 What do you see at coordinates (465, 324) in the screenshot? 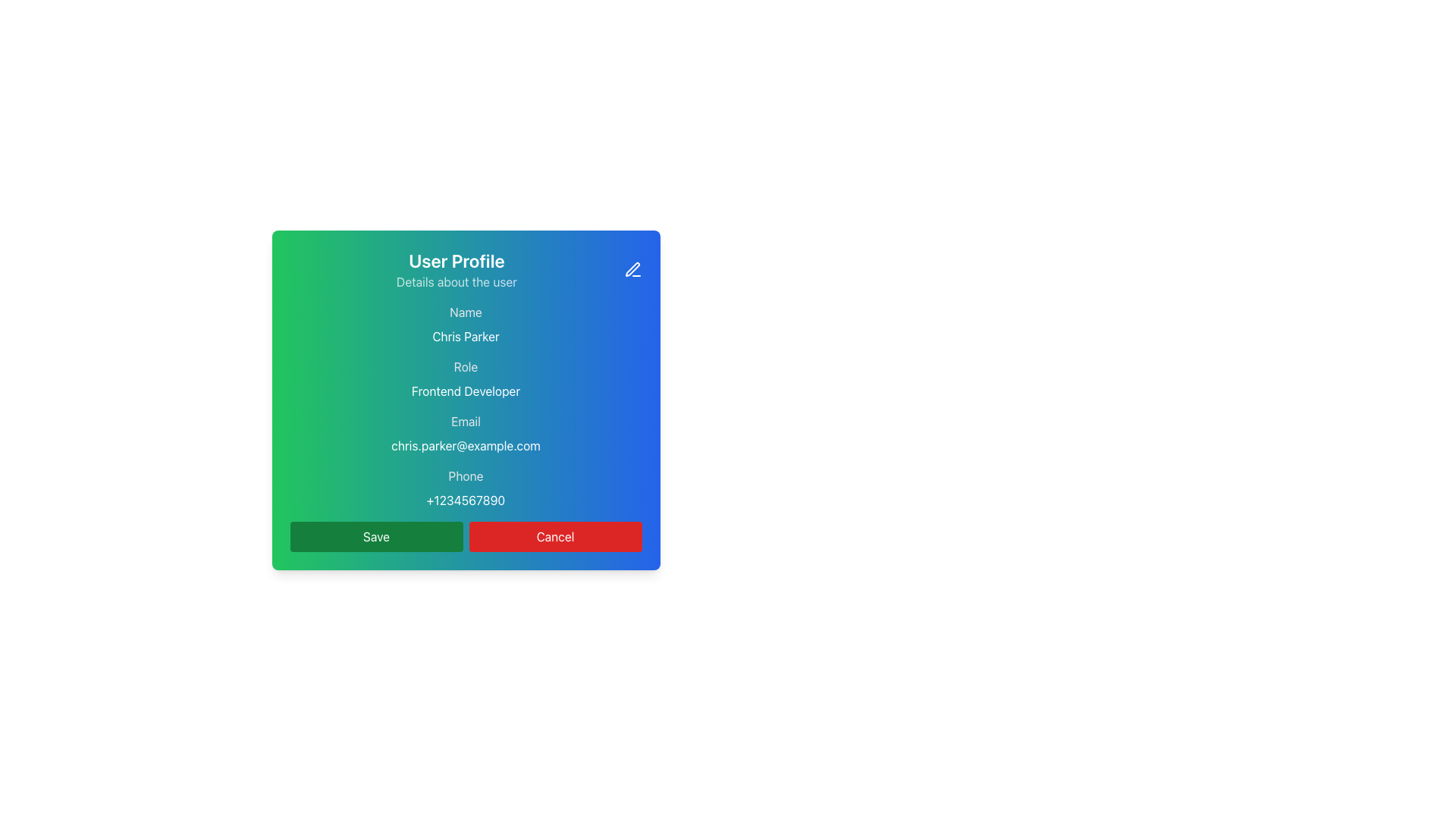
I see `the 'Name' label displaying the user's name 'Chris Parker' in the User Profile card interface, which is the first information section of the card` at bounding box center [465, 324].